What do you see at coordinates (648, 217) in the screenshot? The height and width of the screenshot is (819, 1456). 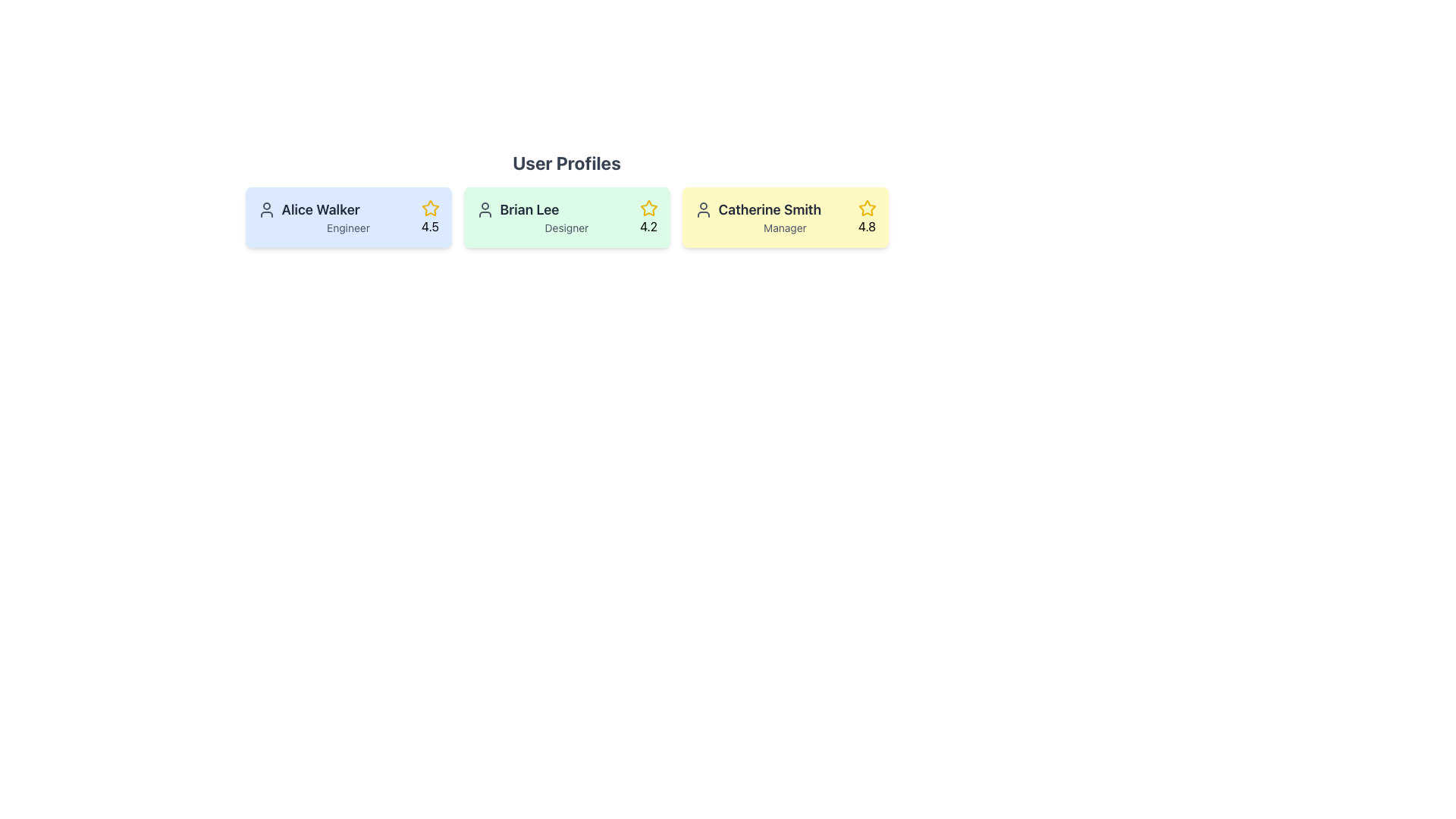 I see `the rating element for 'Brian Lee', which displays a star icon and a numeric rating of '4.2'` at bounding box center [648, 217].